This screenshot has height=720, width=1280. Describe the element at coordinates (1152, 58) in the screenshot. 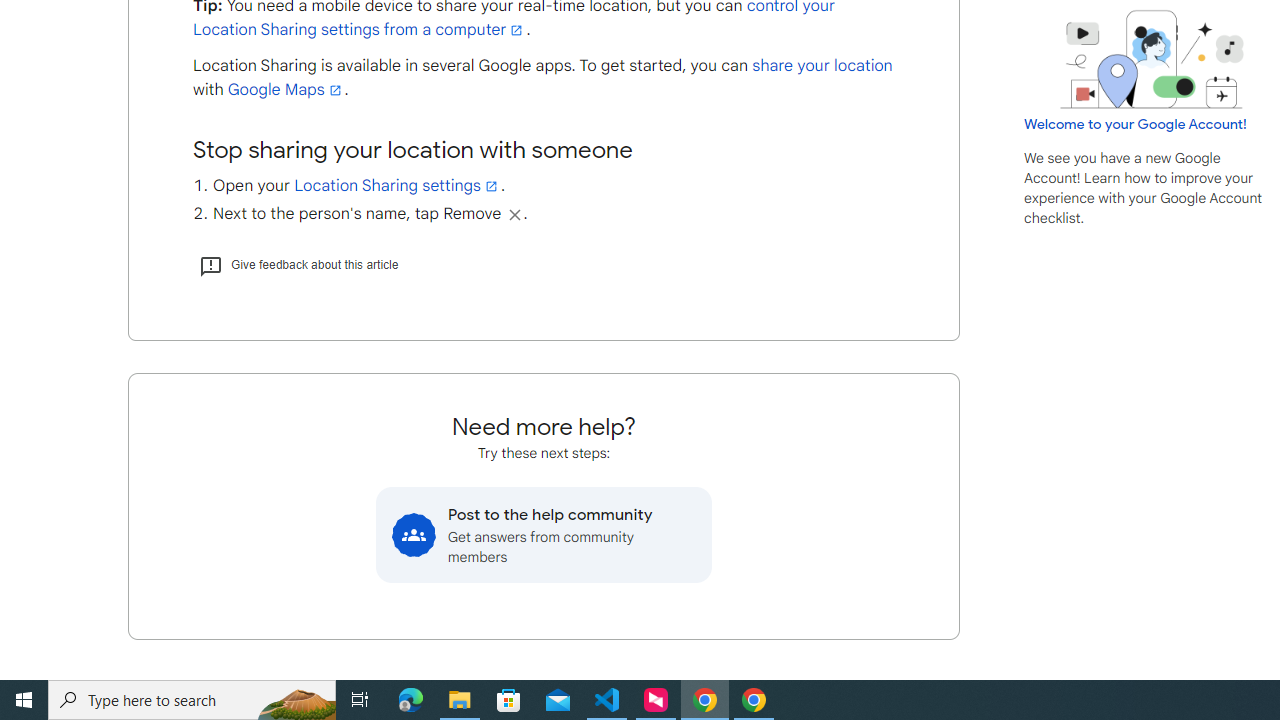

I see `'Learning Center home page image'` at that location.